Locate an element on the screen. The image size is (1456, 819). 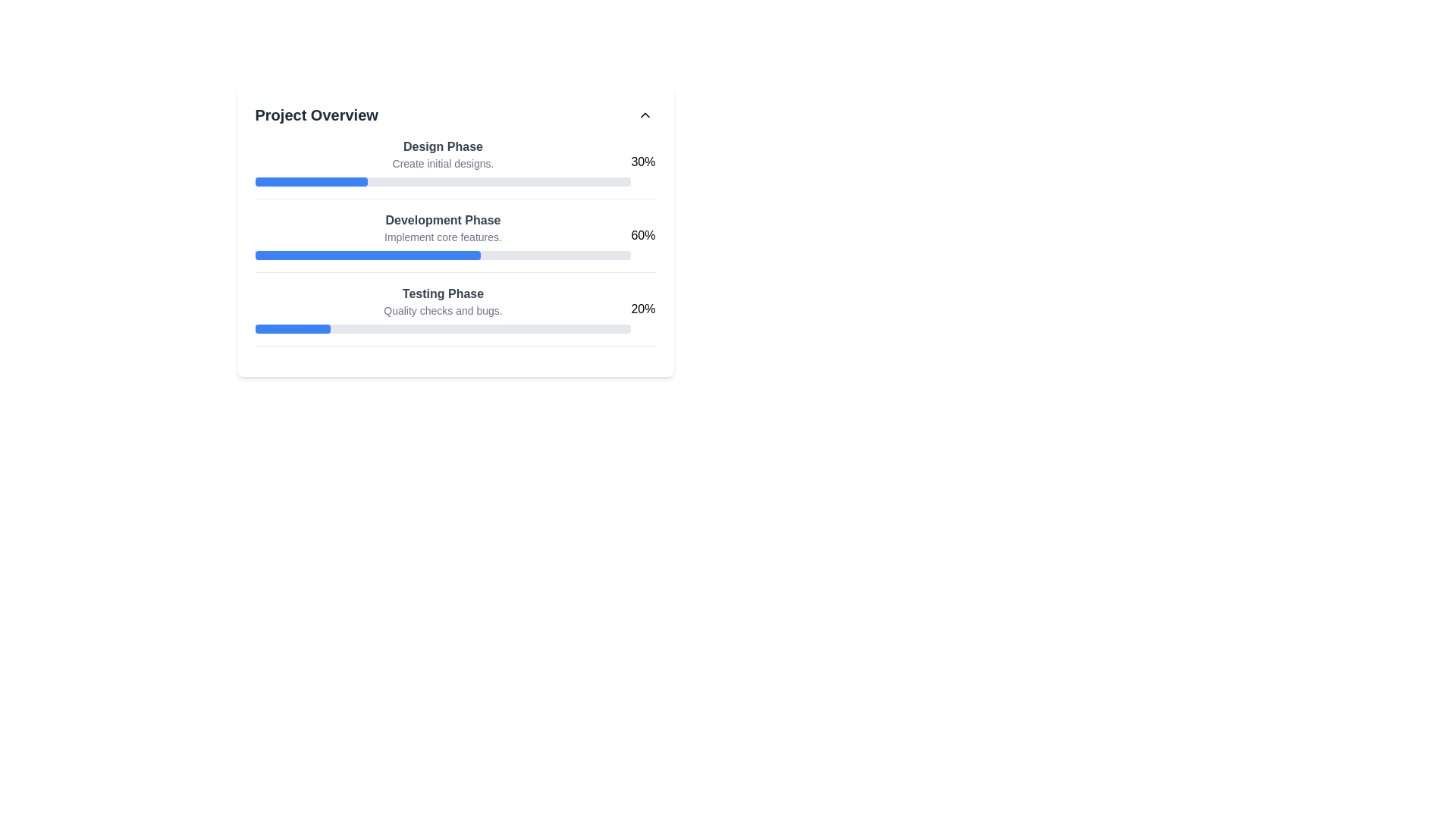
text label containing the phrase 'Implement core features.' which is styled with a small gray font and located below the 'Development Phase' header and above a progress bar indicating 60% completion is located at coordinates (442, 237).